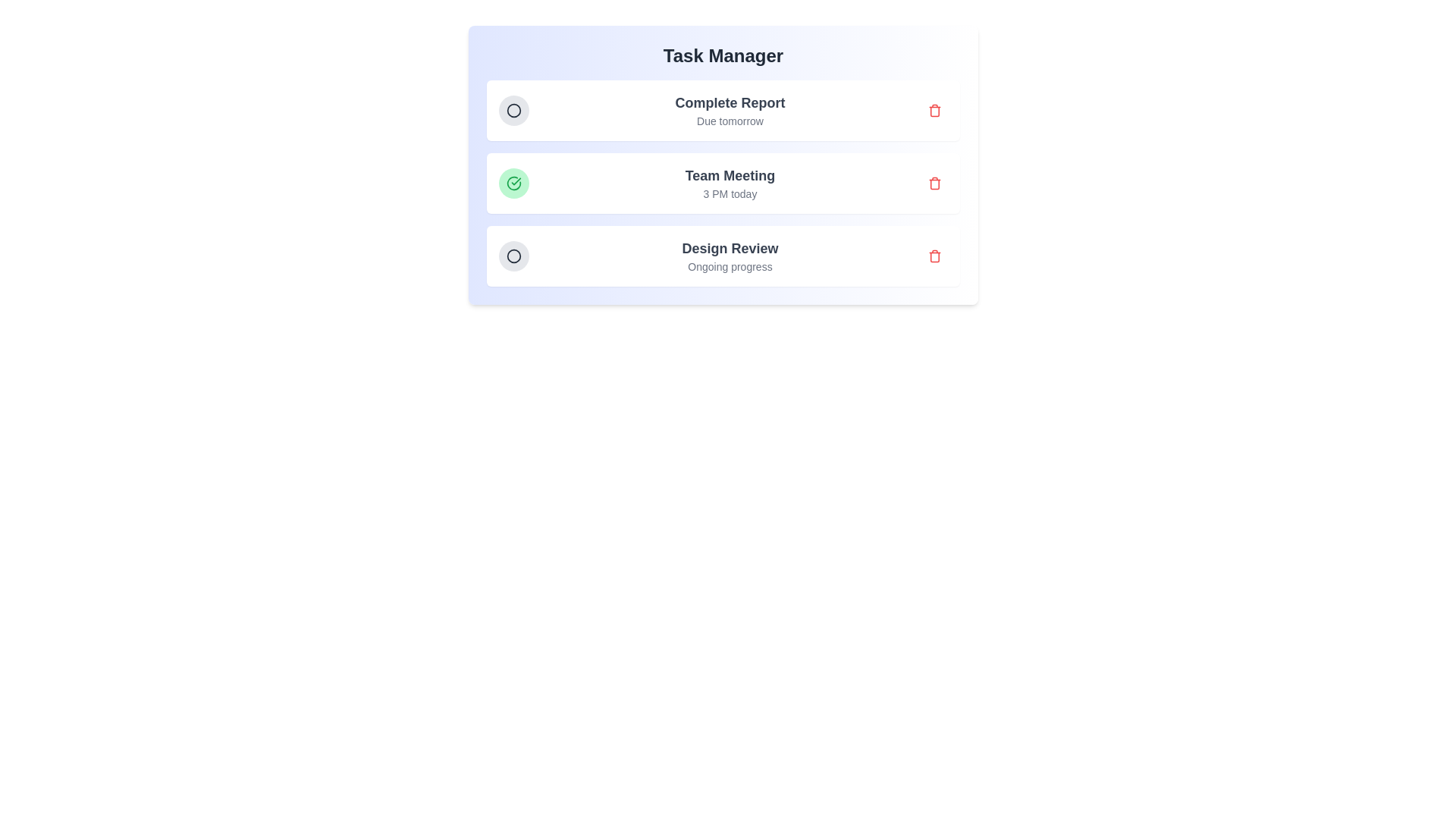 Image resolution: width=1456 pixels, height=819 pixels. Describe the element at coordinates (723, 183) in the screenshot. I see `the second task entry in the Task Manager list` at that location.